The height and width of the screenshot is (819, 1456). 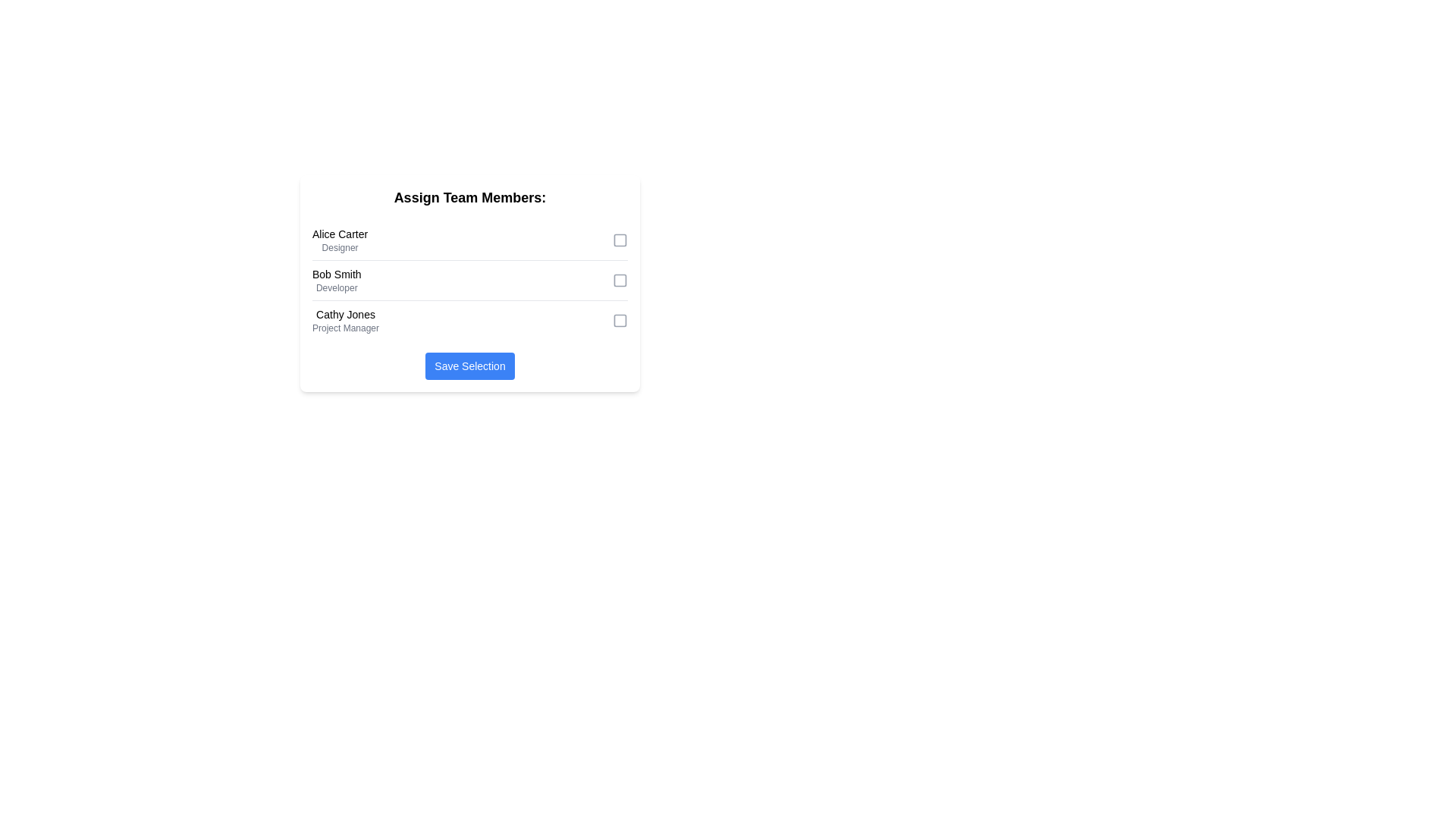 What do you see at coordinates (339, 239) in the screenshot?
I see `the Text display that shows the name and role of a team member in the first row of the list under 'Assign Team Members:'` at bounding box center [339, 239].